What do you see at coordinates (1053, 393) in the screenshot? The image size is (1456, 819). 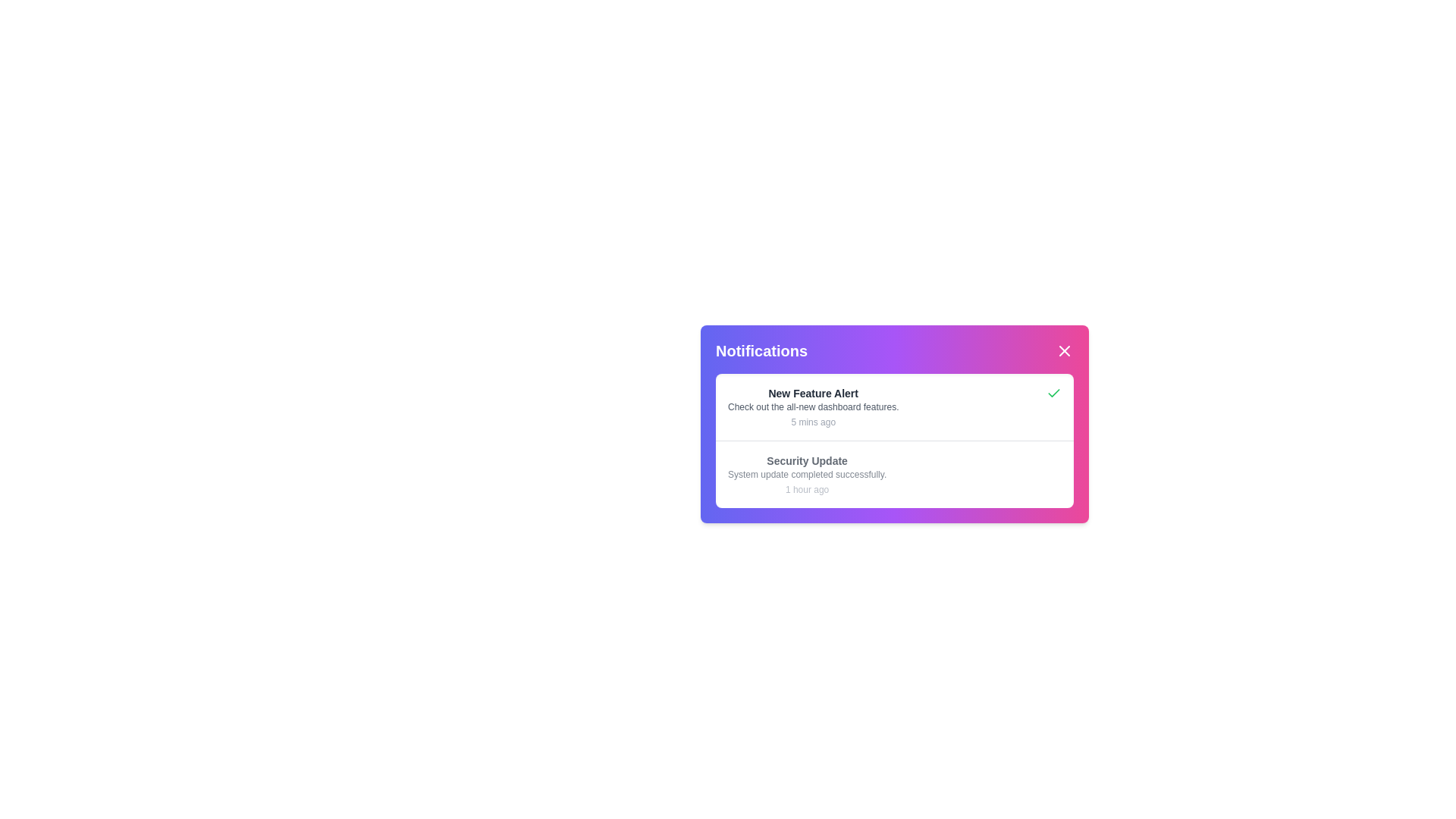 I see `the green checkmark icon located at the top-right corner of the 'New Feature Alert' notification card for visual feedback` at bounding box center [1053, 393].